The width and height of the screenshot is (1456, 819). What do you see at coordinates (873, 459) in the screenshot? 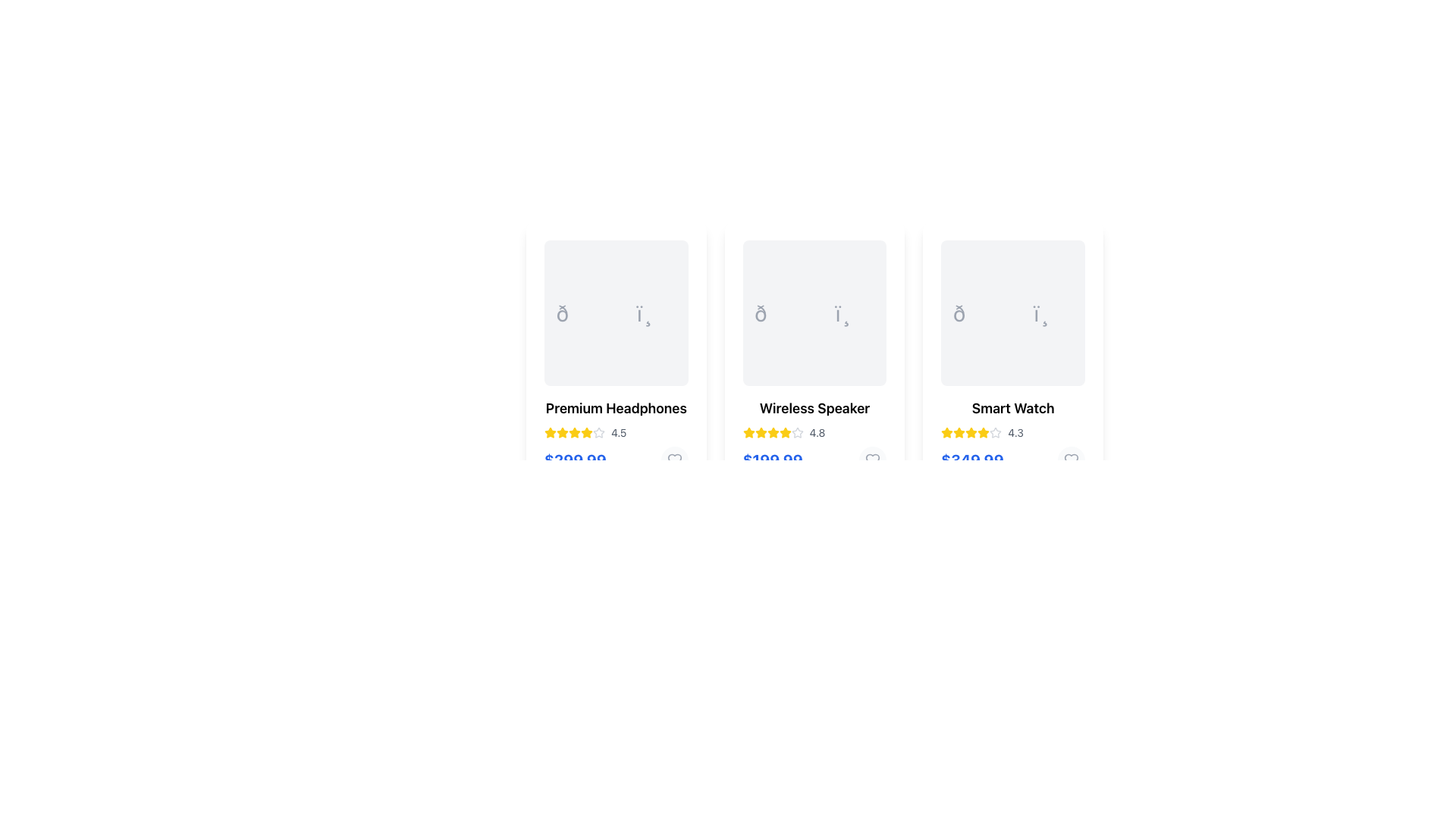
I see `the circular button with a heart icon, which is light gray and located to the right of the price label '$199.99'` at bounding box center [873, 459].